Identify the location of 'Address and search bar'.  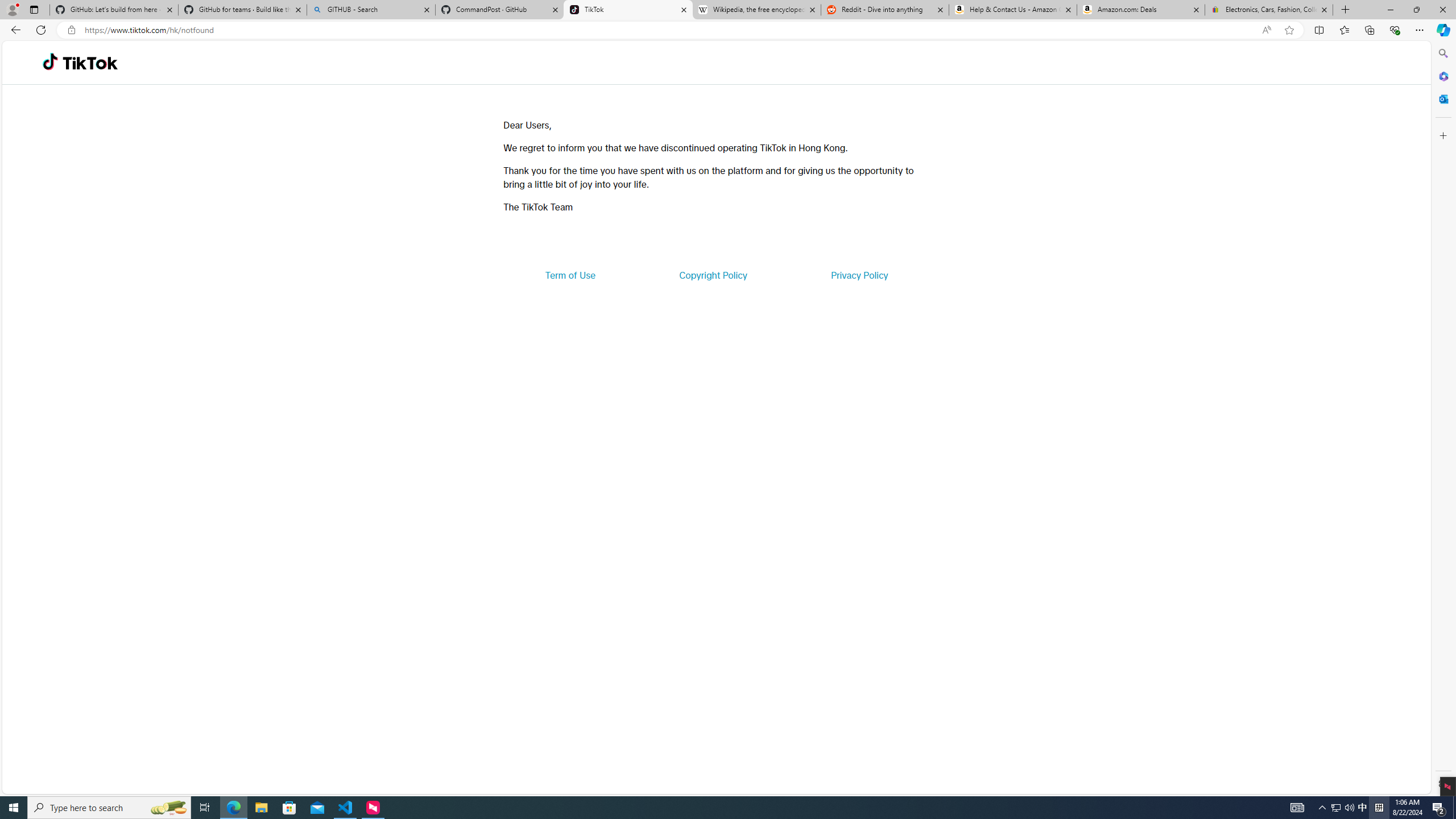
(670, 30).